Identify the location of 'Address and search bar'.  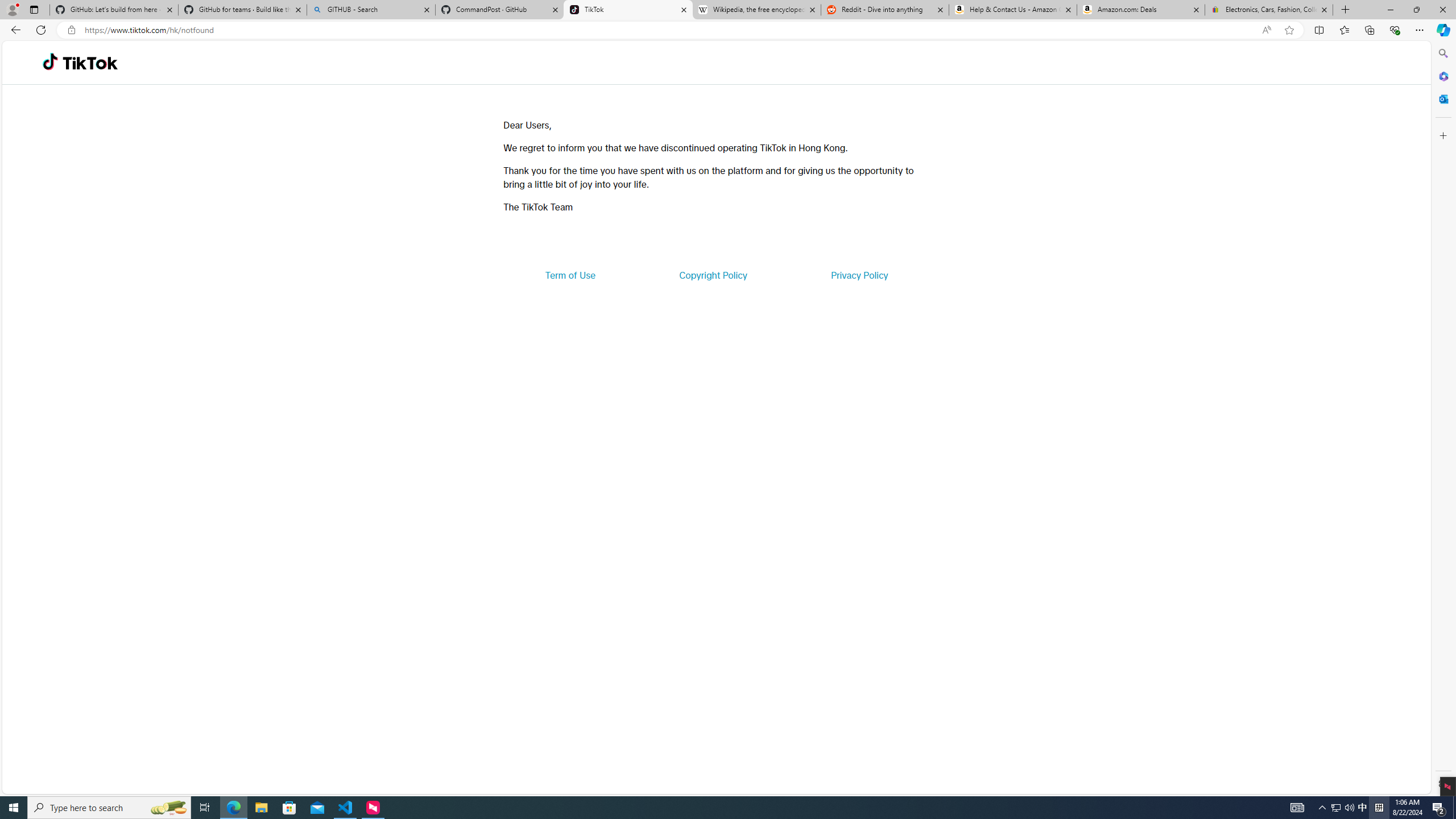
(670, 30).